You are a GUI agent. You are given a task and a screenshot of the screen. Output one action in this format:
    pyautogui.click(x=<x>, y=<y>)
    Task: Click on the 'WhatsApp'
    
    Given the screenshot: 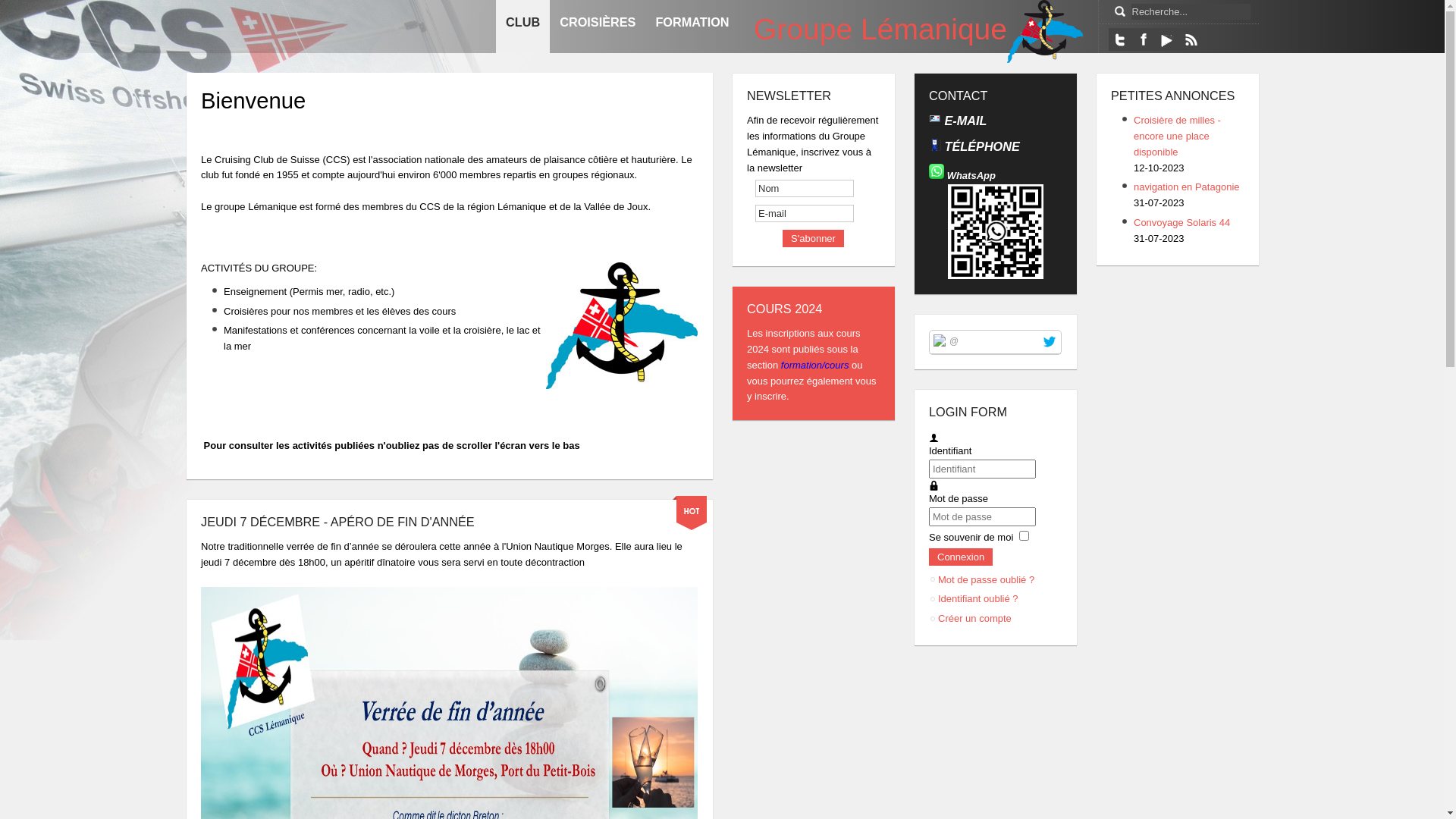 What is the action you would take?
    pyautogui.click(x=971, y=174)
    